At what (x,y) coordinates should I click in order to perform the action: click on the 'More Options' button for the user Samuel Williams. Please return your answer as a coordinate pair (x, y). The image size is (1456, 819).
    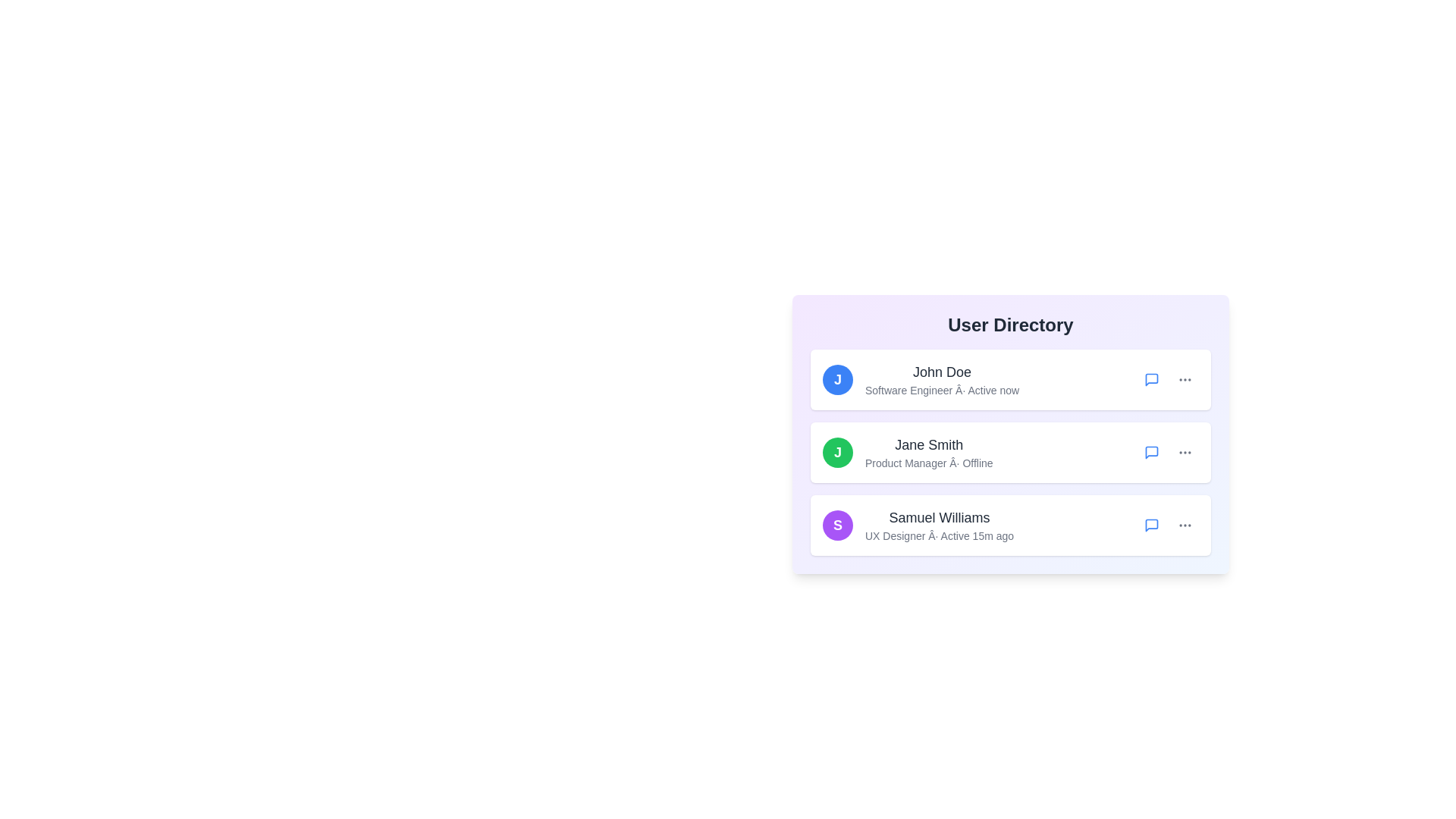
    Looking at the image, I should click on (1185, 525).